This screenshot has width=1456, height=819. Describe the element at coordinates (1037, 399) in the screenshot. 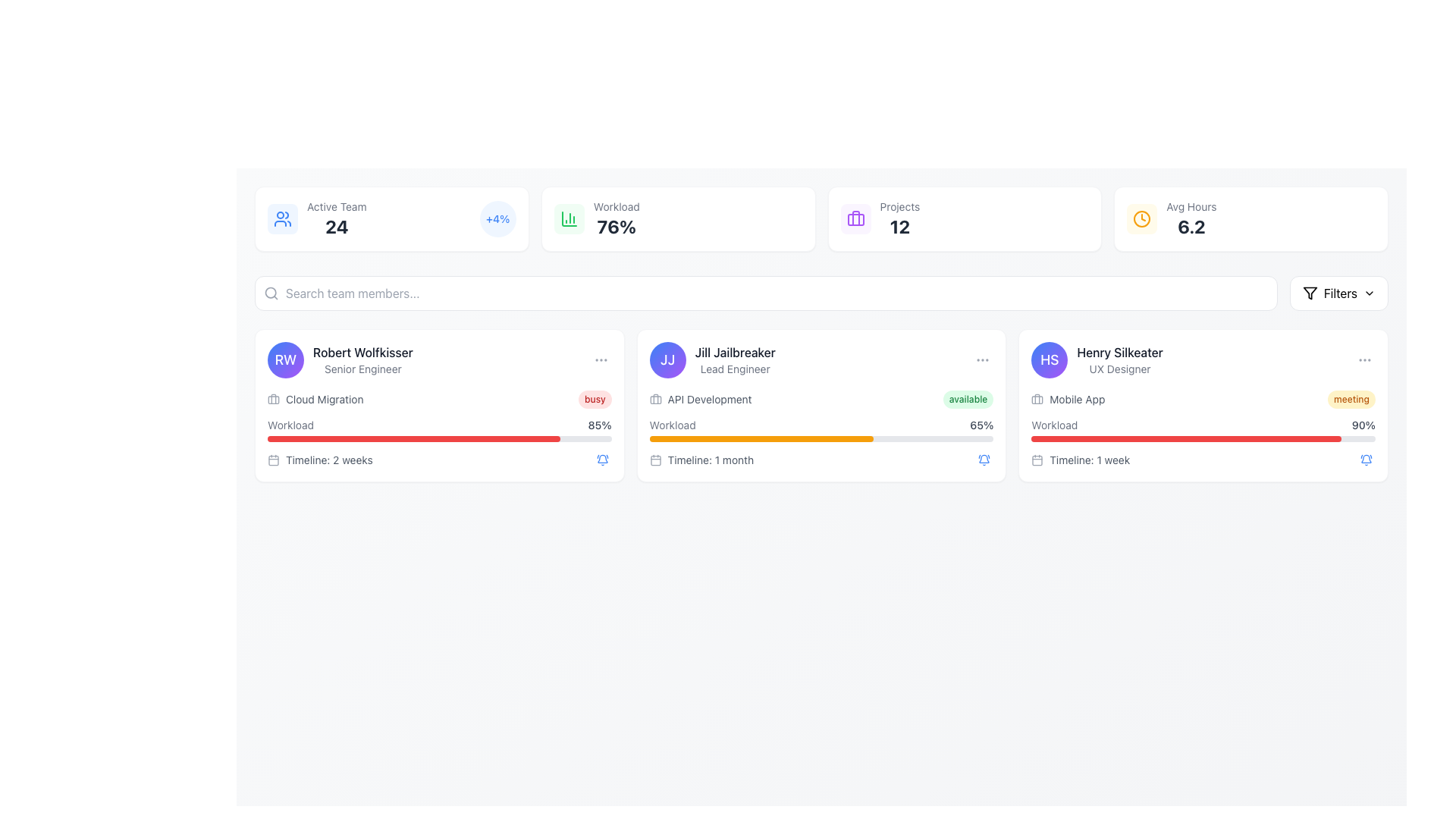

I see `the icon located to the immediate left of the text 'Mobile App' within the third card of the 'Henry Silkeater' UX Designer section` at that location.